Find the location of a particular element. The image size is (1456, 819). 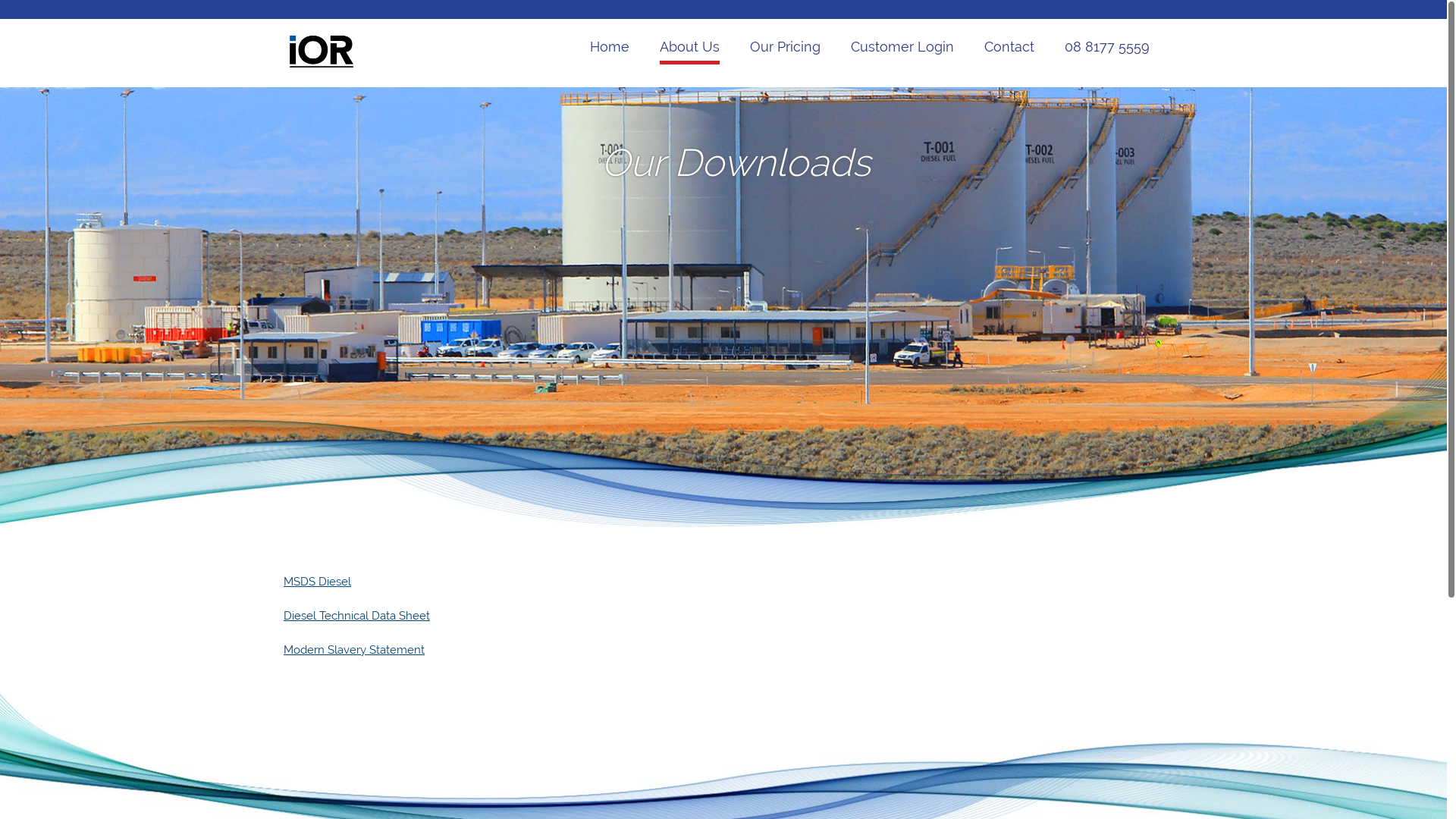

'IOR Terminals' is located at coordinates (320, 65).